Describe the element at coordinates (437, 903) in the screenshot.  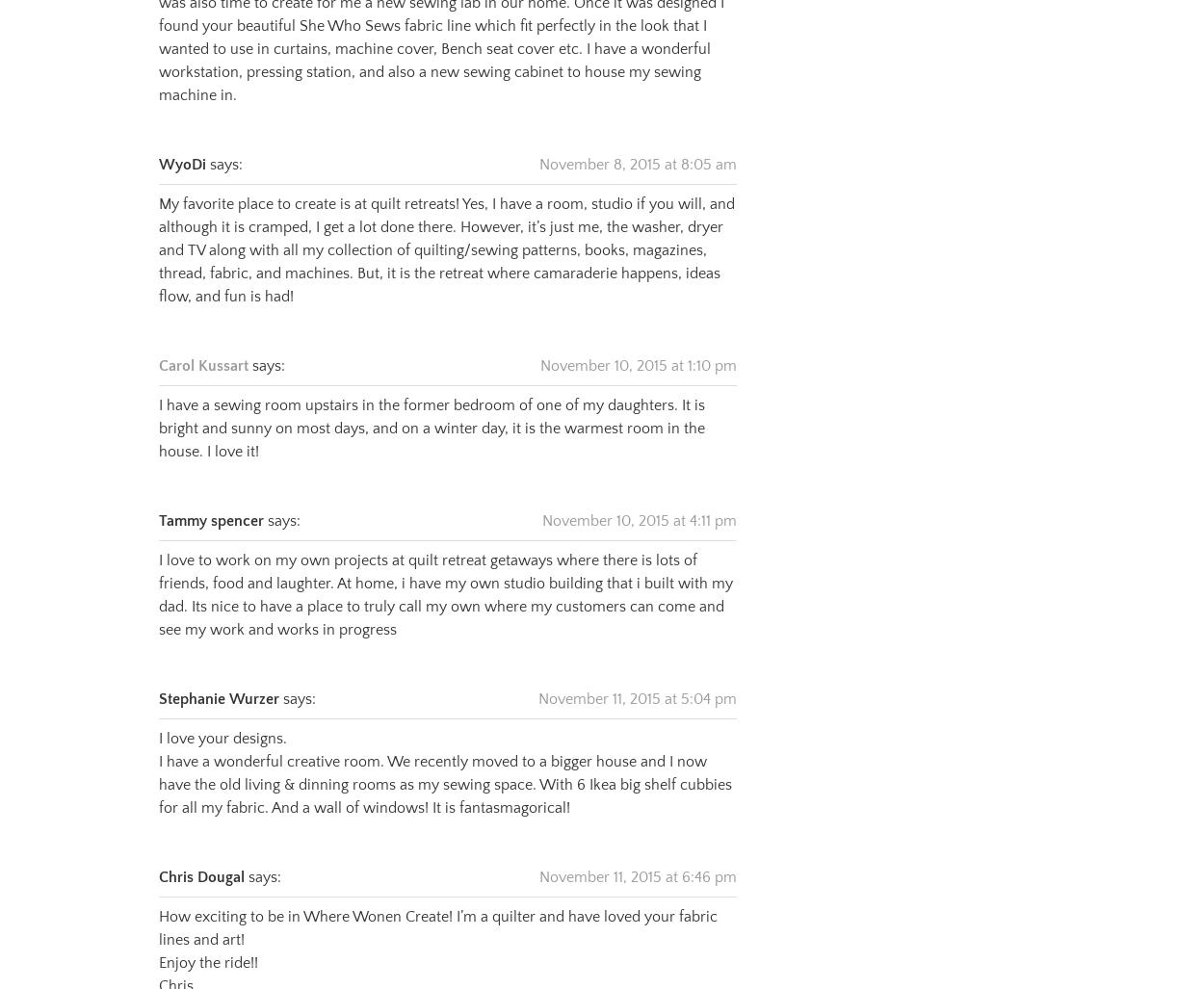
I see `'How exciting to be in Where Wonen Create! I’m a quilter and have loved your fabric lines and art!'` at that location.